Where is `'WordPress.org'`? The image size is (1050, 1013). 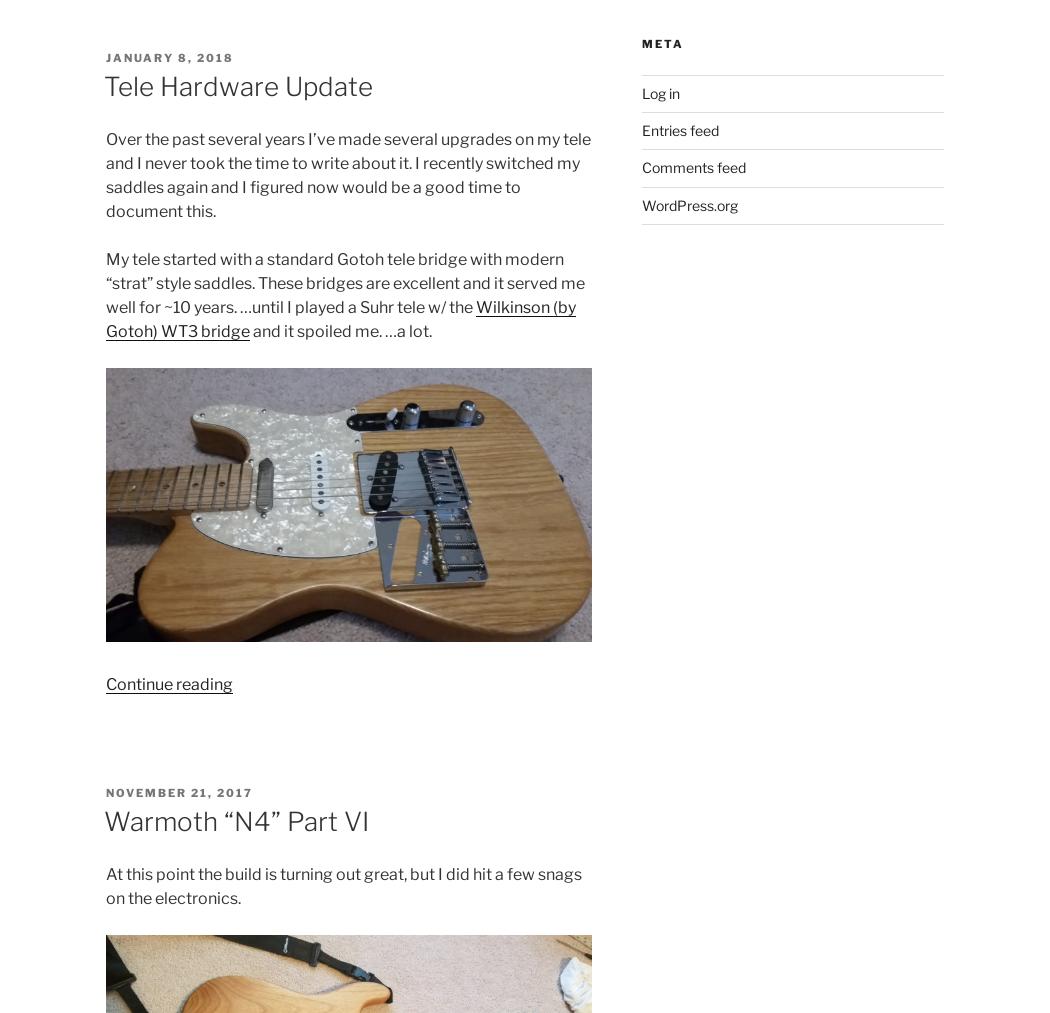
'WordPress.org' is located at coordinates (689, 203).